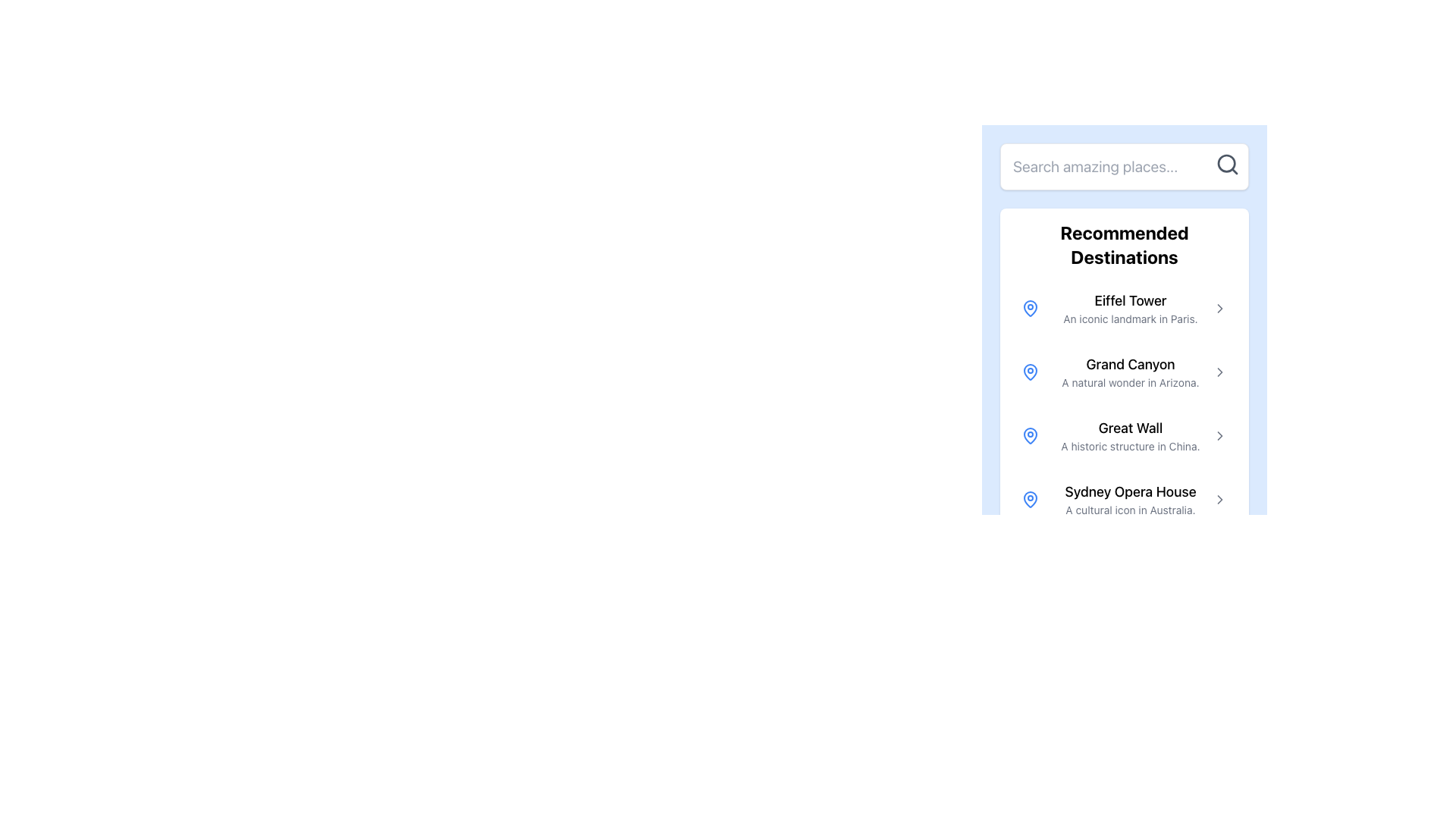  I want to click on the arrow indicator icon located at the far right of the 'Grand Canyon A natural wonder in Arizona.' row within the 'Recommended Destinations' section, so click(1219, 372).